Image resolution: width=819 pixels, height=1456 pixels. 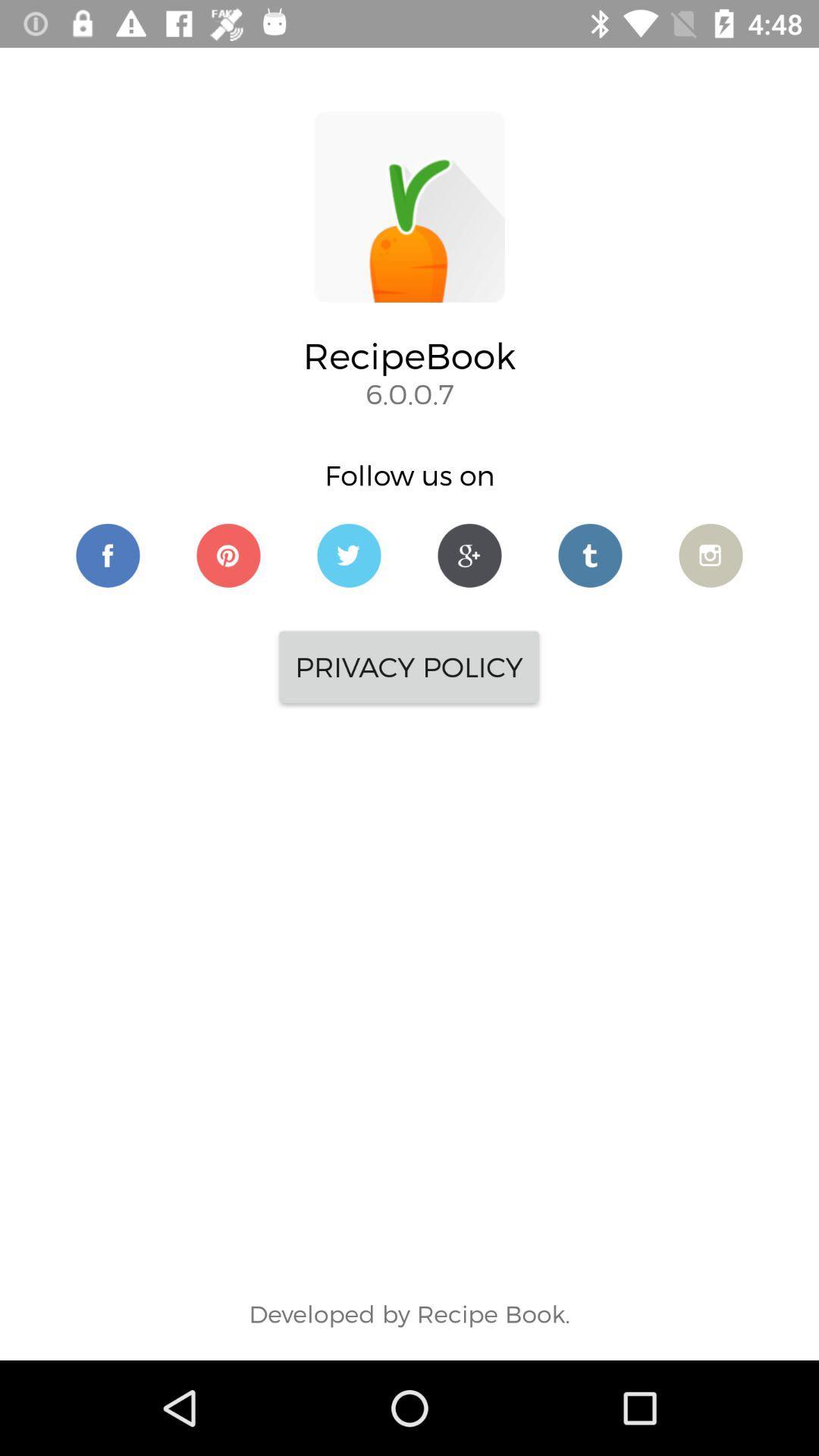 I want to click on twitter, so click(x=589, y=554).